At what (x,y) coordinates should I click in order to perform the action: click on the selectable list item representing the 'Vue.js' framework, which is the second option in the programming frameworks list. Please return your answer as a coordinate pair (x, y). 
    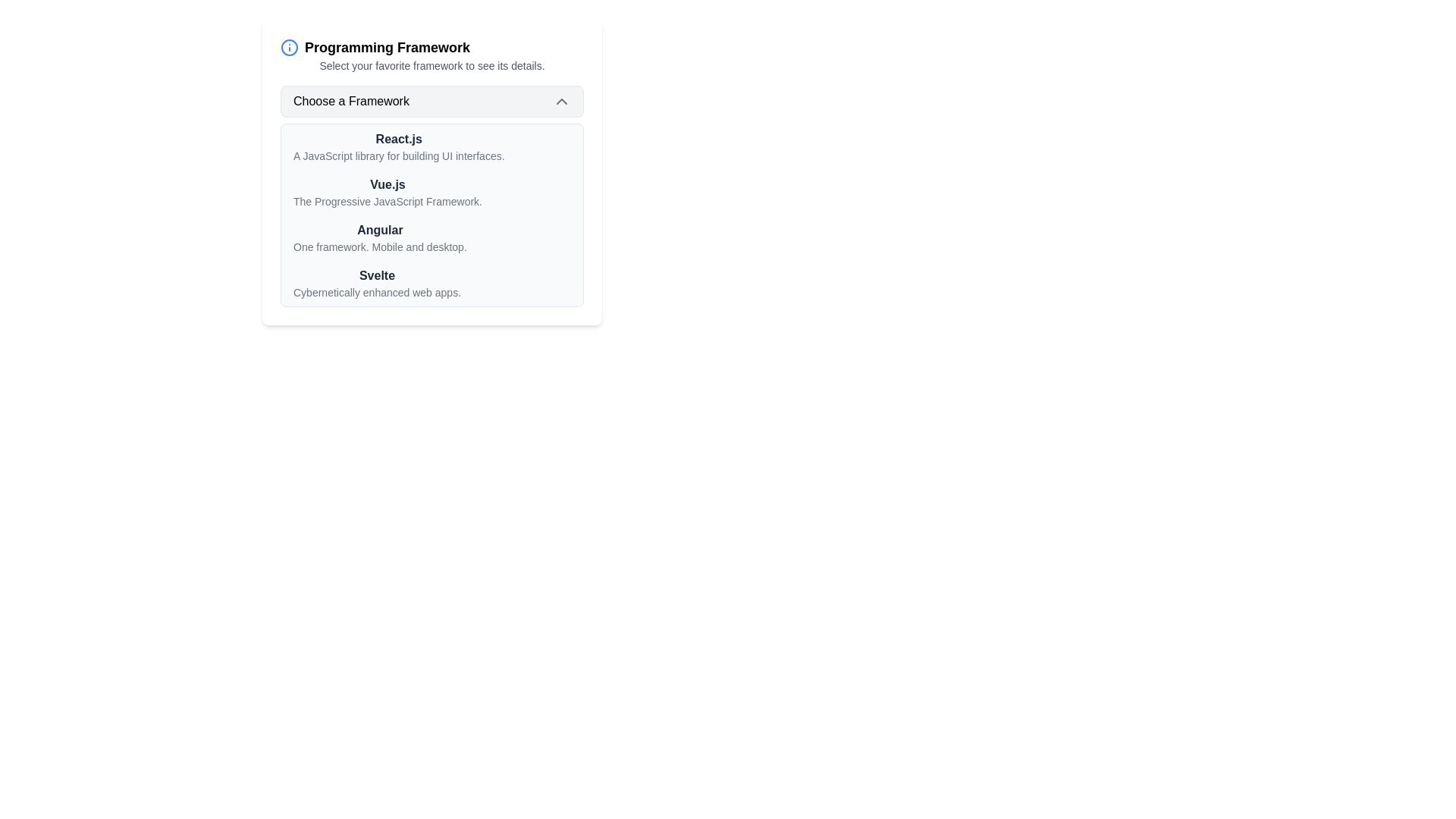
    Looking at the image, I should click on (431, 192).